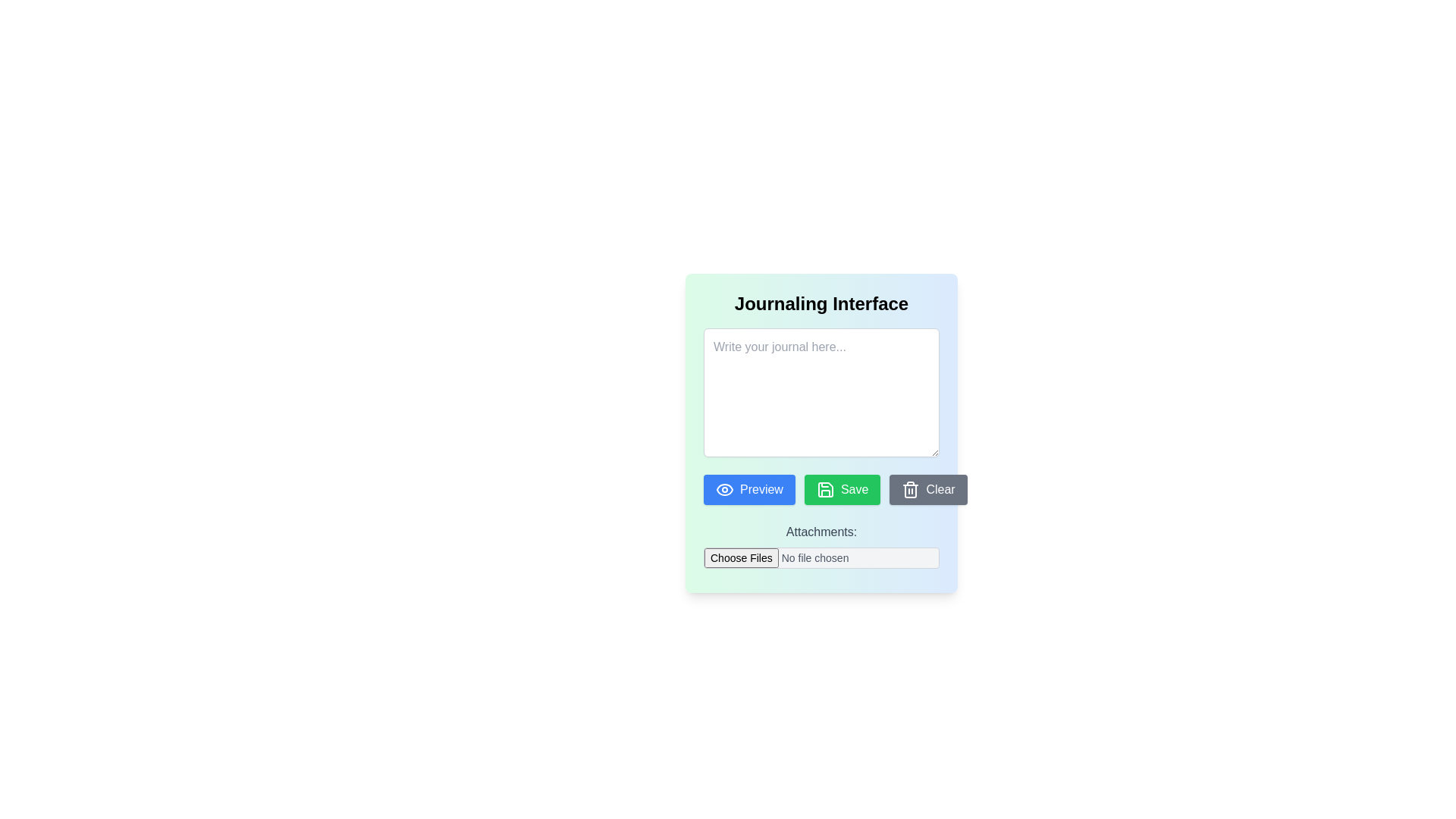 Image resolution: width=1456 pixels, height=819 pixels. Describe the element at coordinates (910, 489) in the screenshot. I see `the trash can icon located inside the 'Clear' button at the bottom right of the journaling interface` at that location.